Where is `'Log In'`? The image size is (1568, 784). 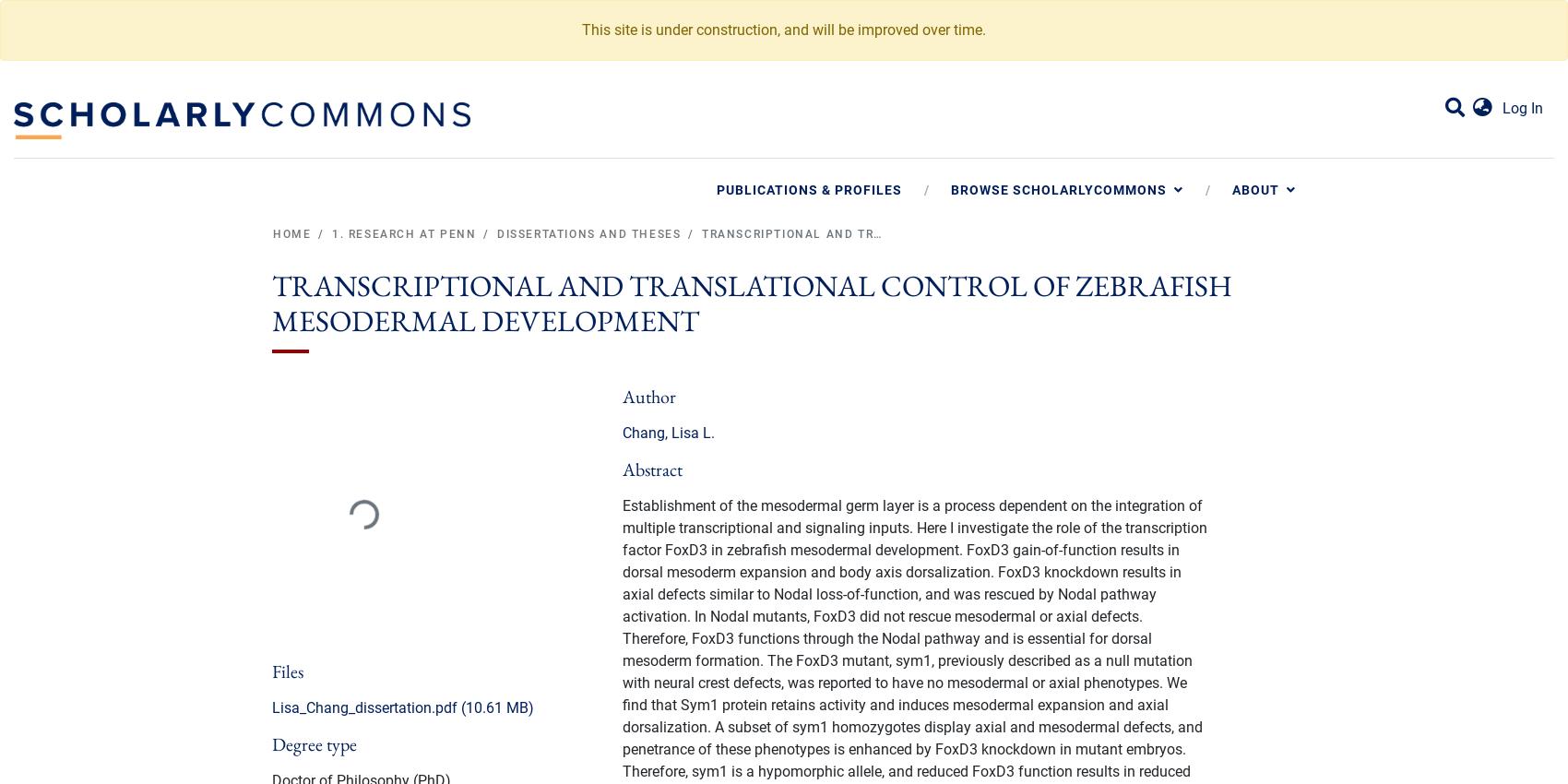
'Log In' is located at coordinates (1522, 107).